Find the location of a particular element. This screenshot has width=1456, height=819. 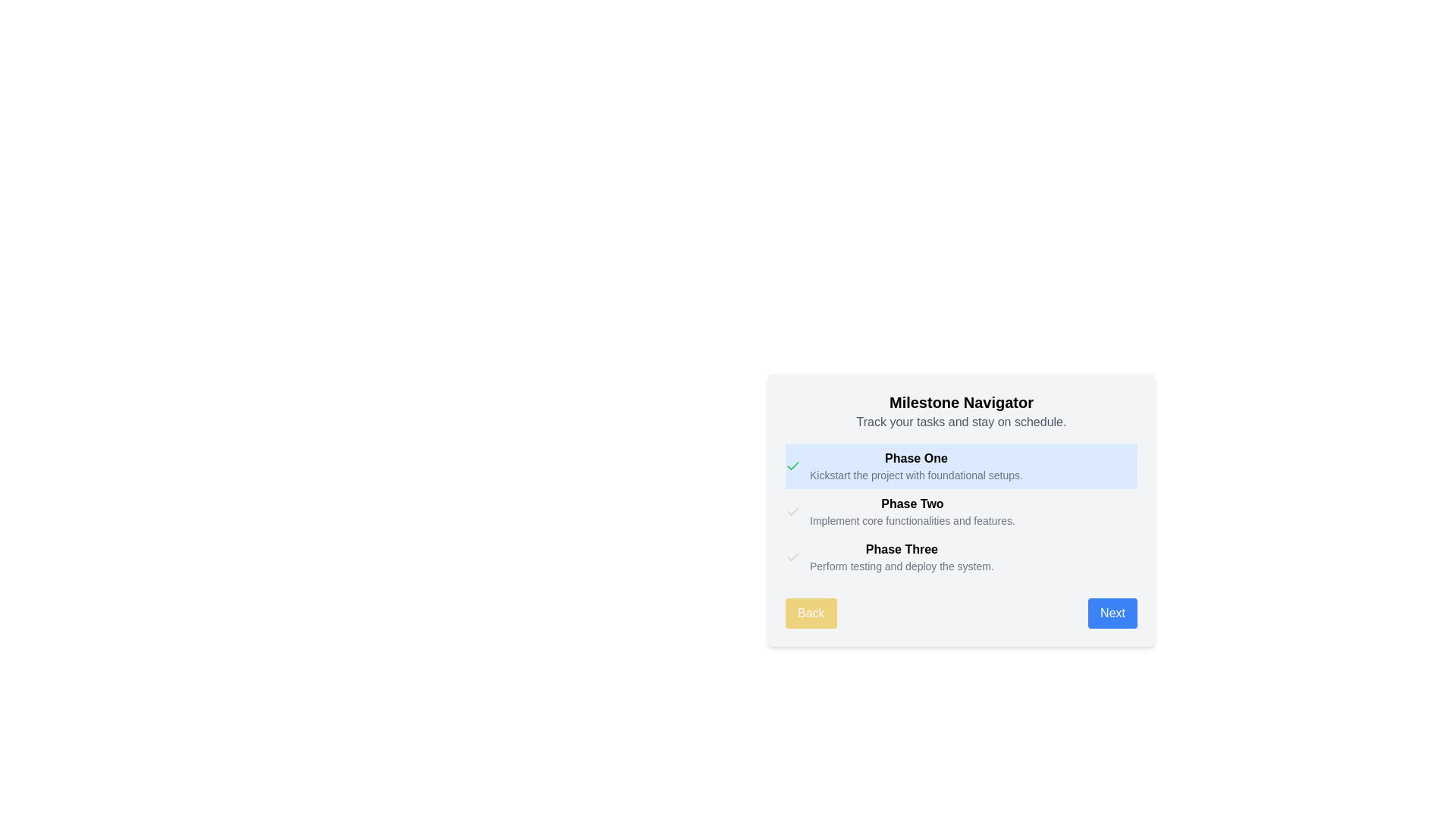

the Button Group containing 'Back' and 'Next' buttons for visual feedback is located at coordinates (960, 613).